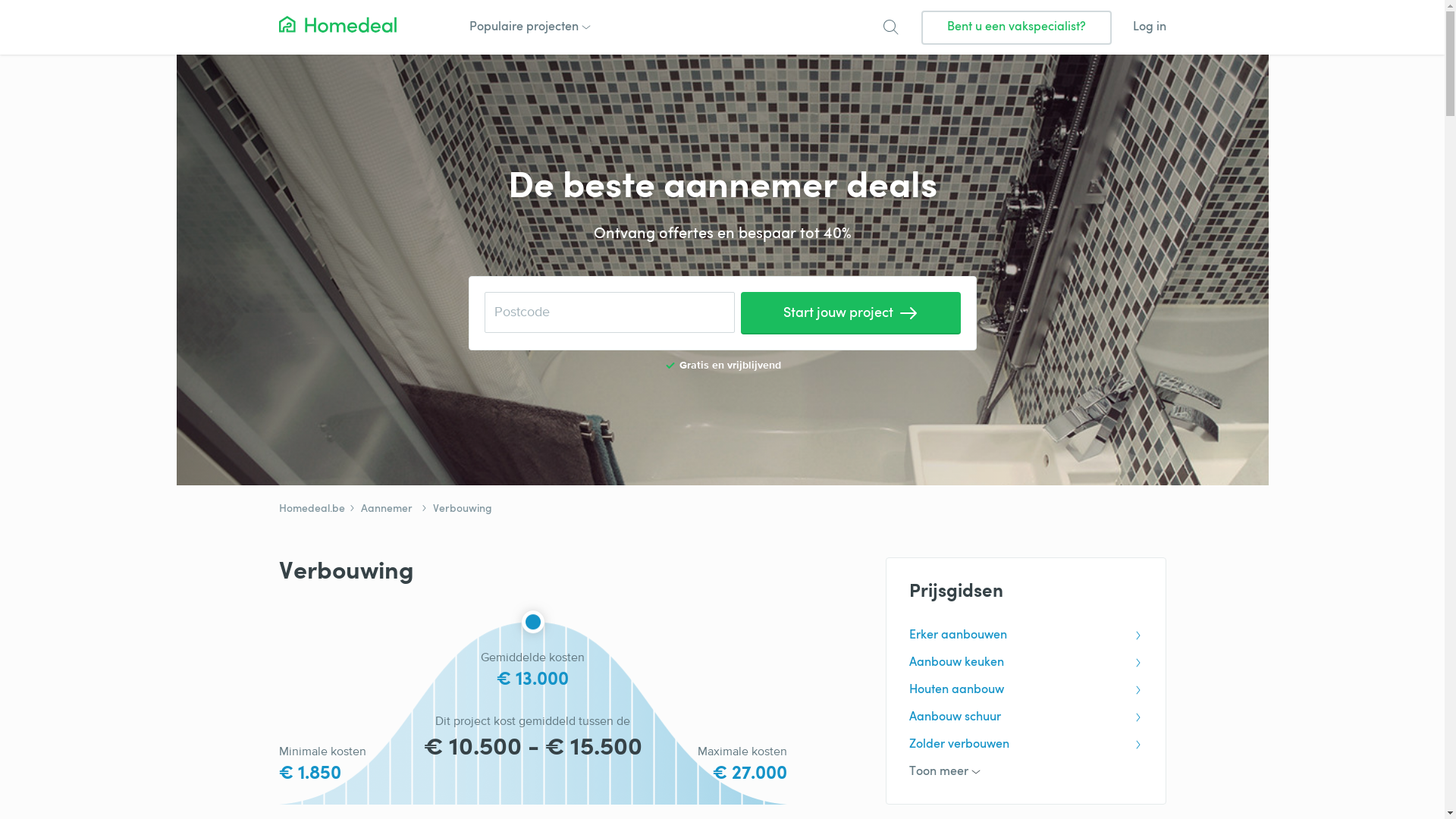  What do you see at coordinates (1025, 772) in the screenshot?
I see `'Toon meer'` at bounding box center [1025, 772].